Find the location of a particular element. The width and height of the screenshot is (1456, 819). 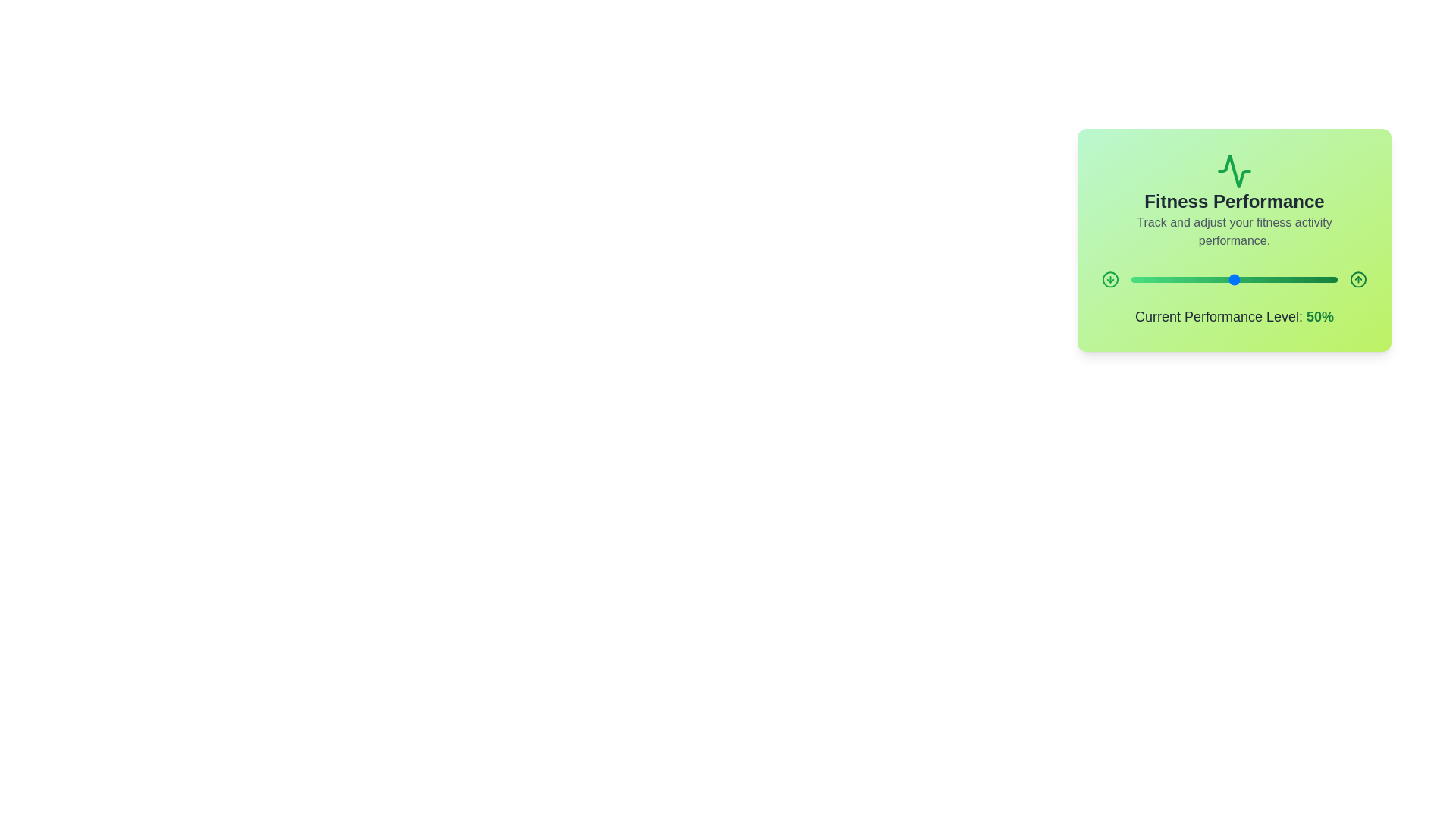

the slider to set the performance level to 87% is located at coordinates (1310, 280).